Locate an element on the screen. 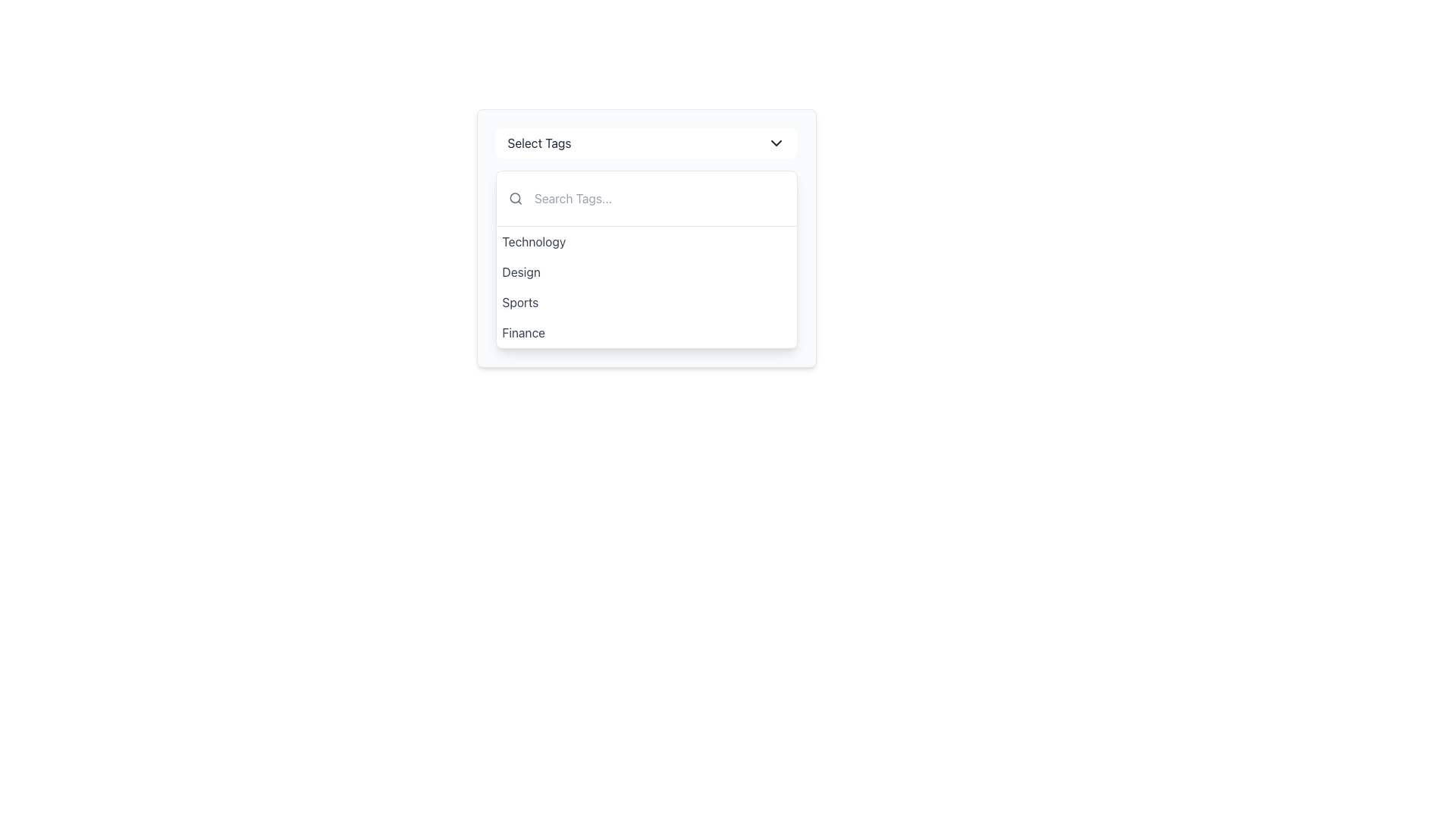  the 'Design' tag in the dropdown menu to trigger the hover effect is located at coordinates (646, 271).